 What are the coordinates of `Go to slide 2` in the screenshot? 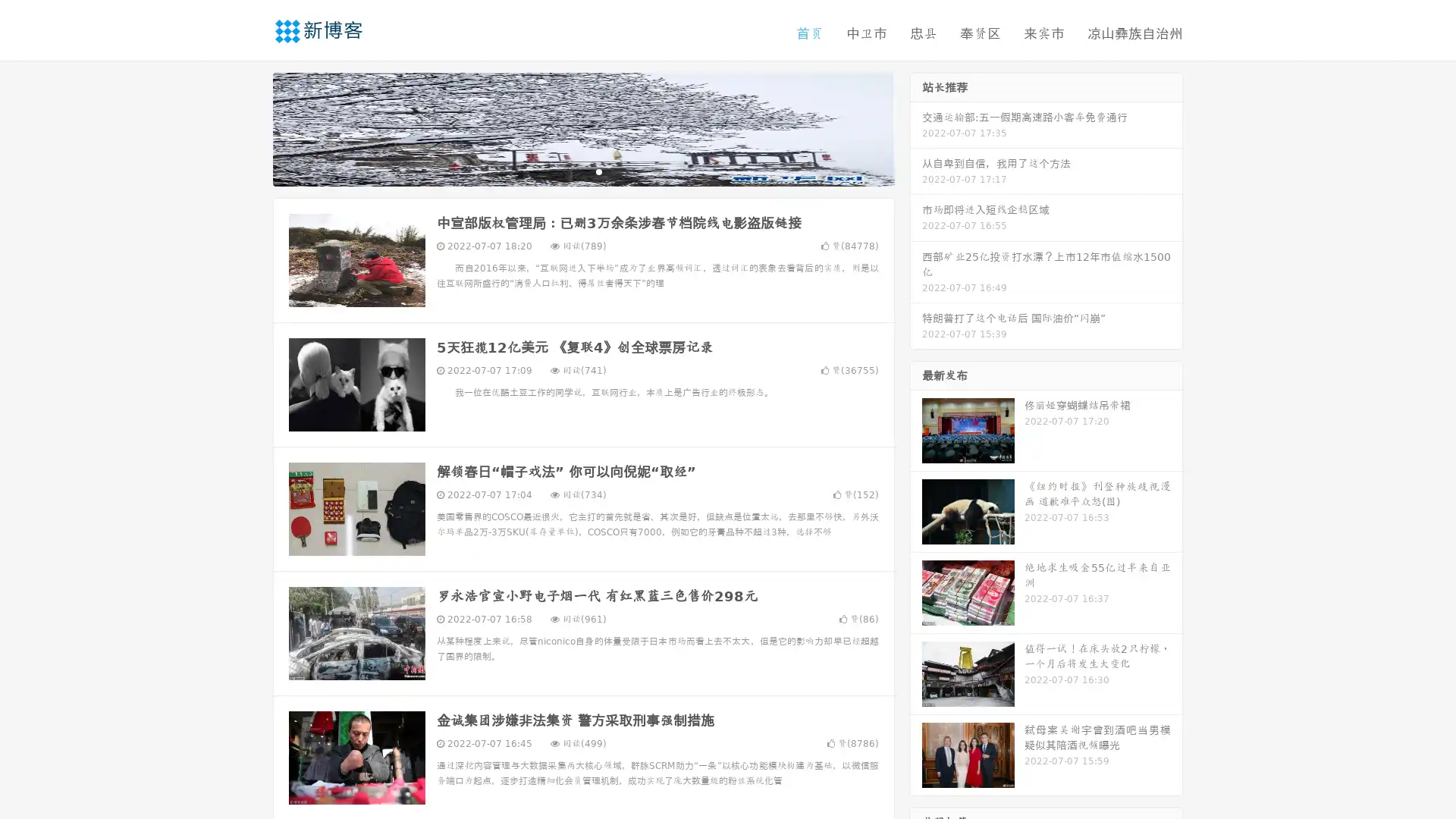 It's located at (582, 171).